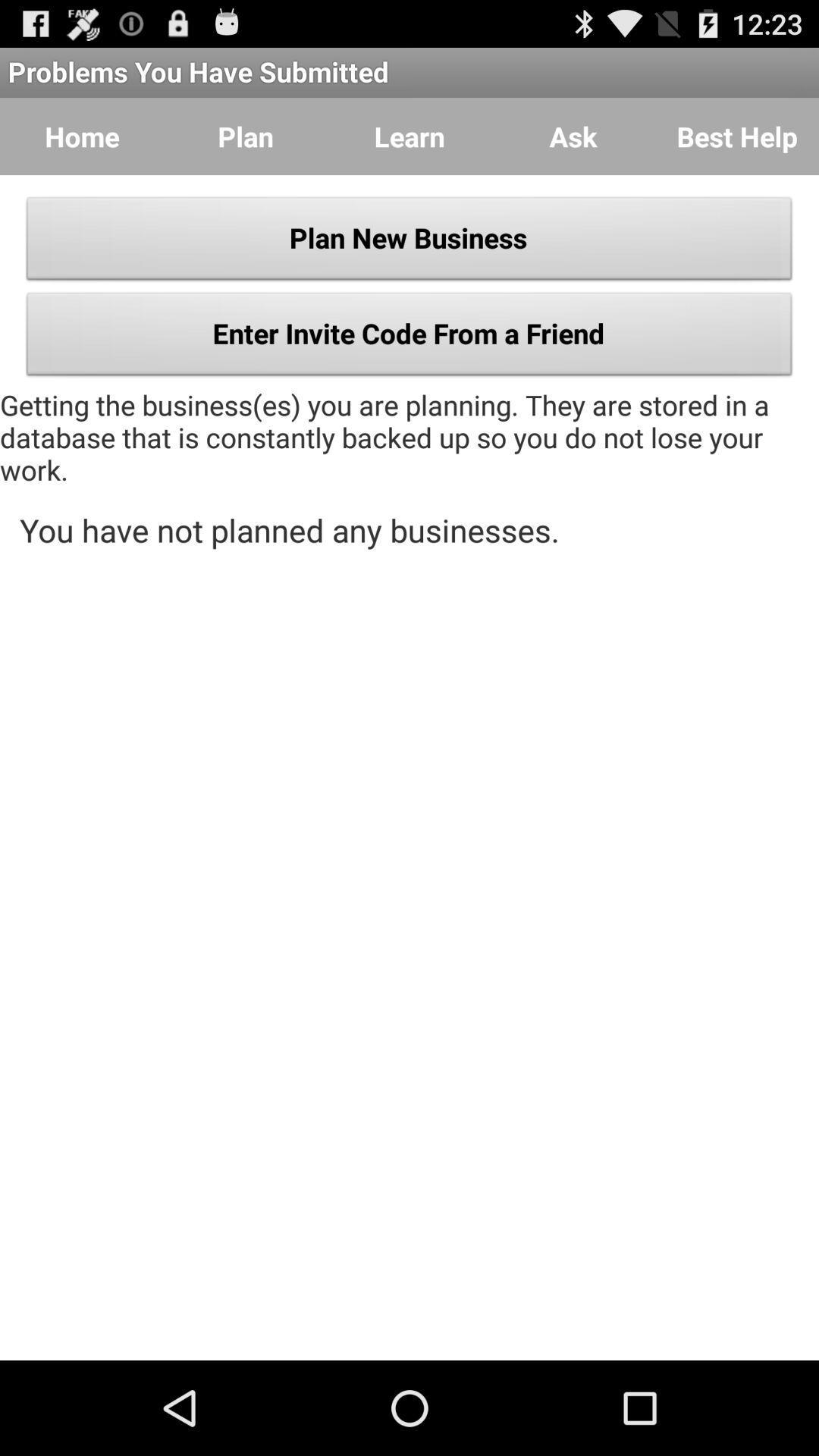 The width and height of the screenshot is (819, 1456). What do you see at coordinates (409, 243) in the screenshot?
I see `icon below home item` at bounding box center [409, 243].